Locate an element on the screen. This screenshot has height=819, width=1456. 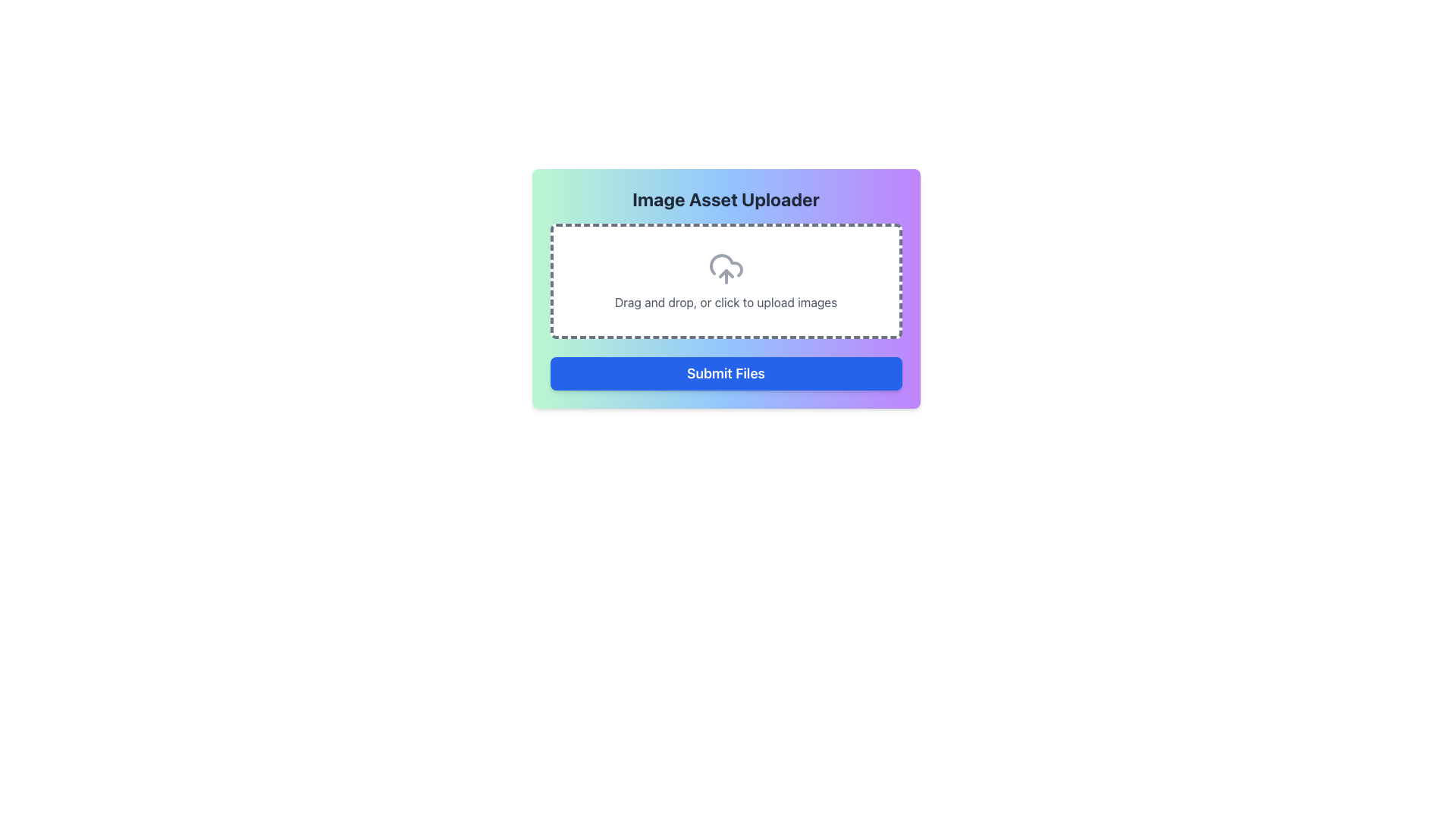
the upload icon element, which is centrally positioned within a dashed-bordered rectangular area for uploading images, located above the text 'Drag and drop, or click to upload images' is located at coordinates (725, 268).